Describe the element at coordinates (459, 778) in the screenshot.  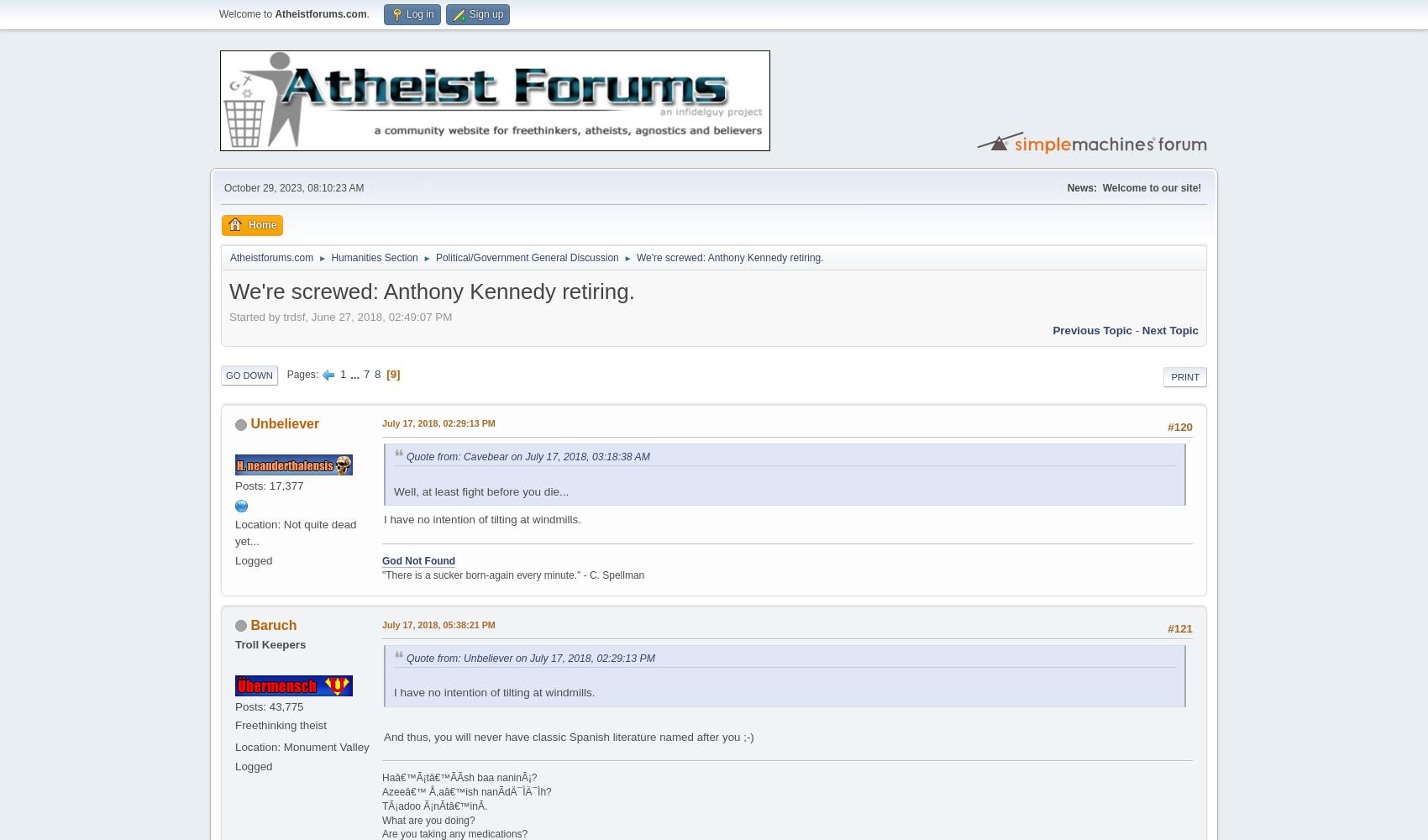
I see `'Haâ€™Ã¡tâ€™Ã­Ã­sh baa naninÃ¡?'` at that location.